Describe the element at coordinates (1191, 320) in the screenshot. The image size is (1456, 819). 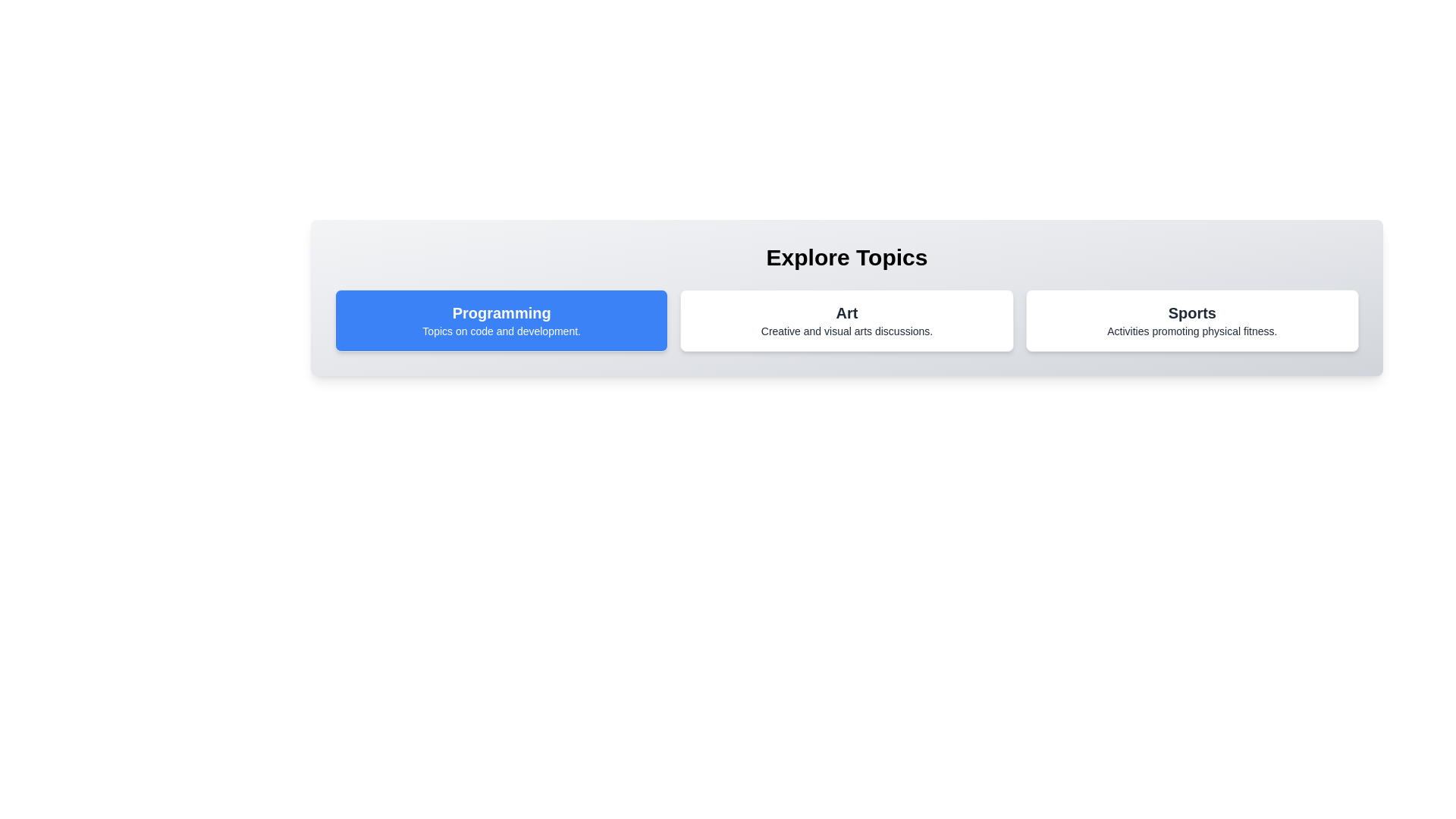
I see `the topic card labeled 'Sports' to see the hover effect` at that location.